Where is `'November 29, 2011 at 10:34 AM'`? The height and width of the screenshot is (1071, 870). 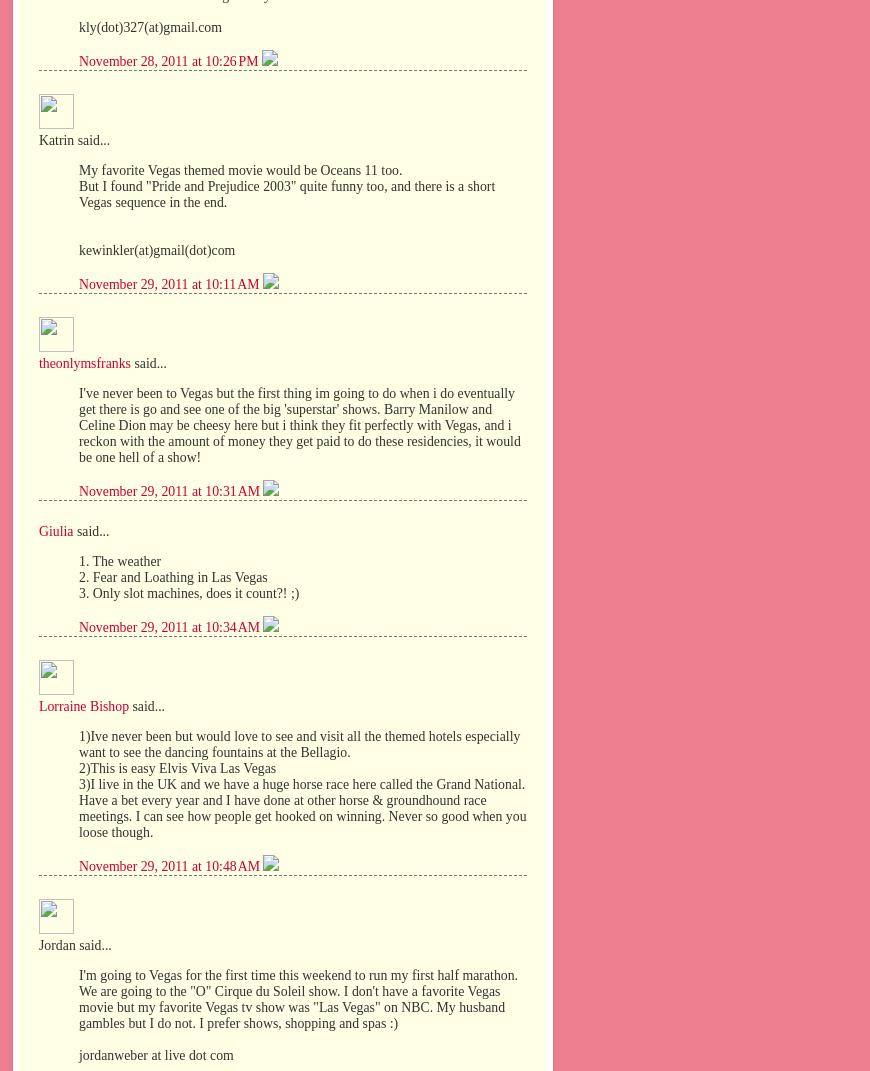
'November 29, 2011 at 10:34 AM' is located at coordinates (170, 625).